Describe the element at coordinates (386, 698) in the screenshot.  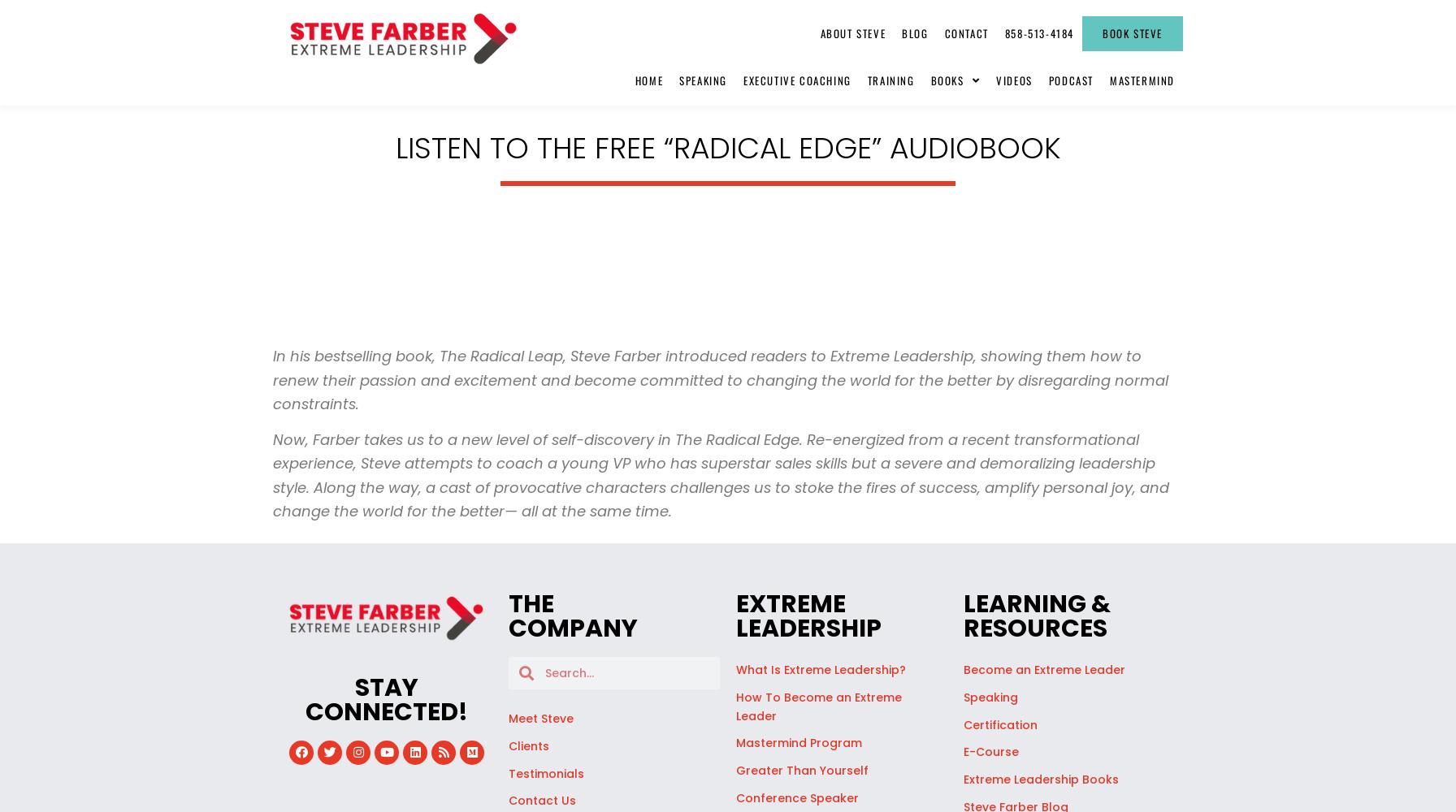
I see `'STAY CONNECTED!'` at that location.